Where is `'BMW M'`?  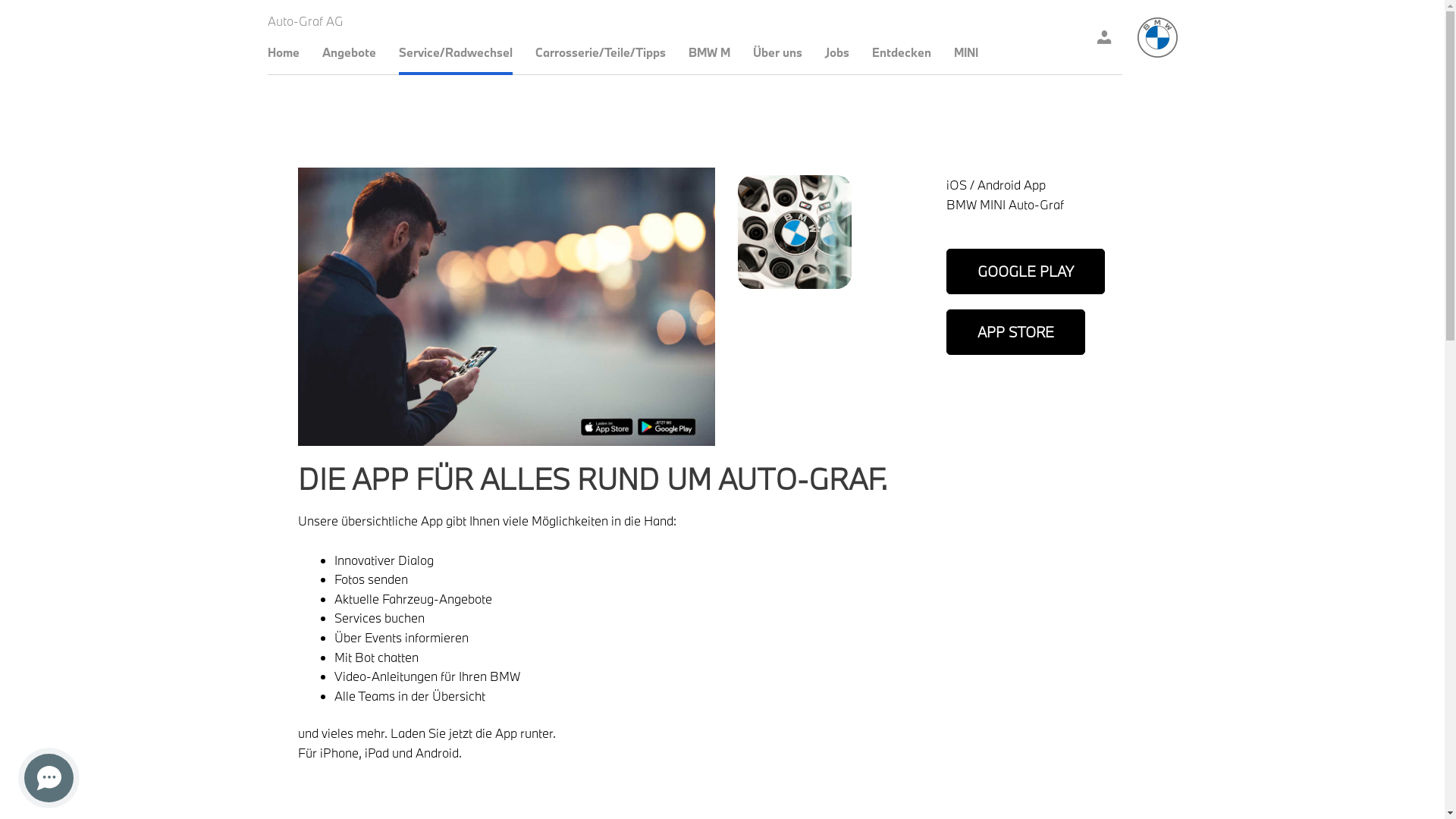
'BMW M' is located at coordinates (687, 51).